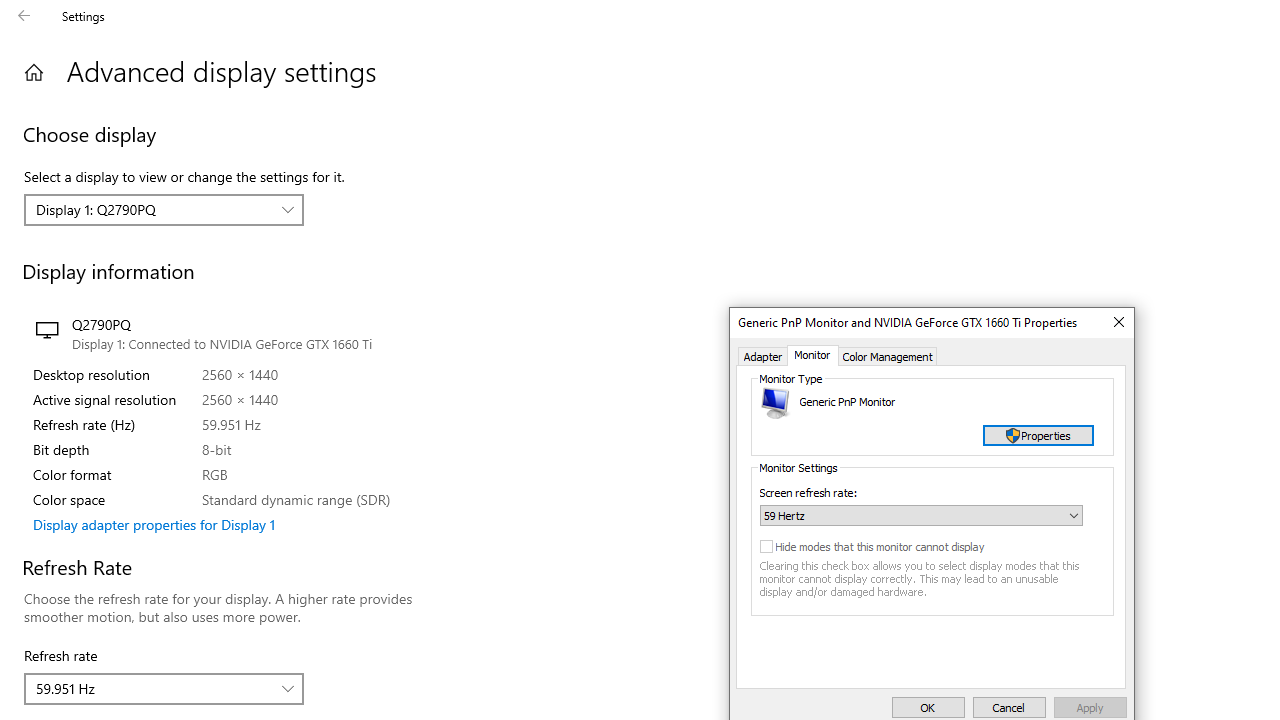 The height and width of the screenshot is (720, 1280). I want to click on 'Close', so click(1117, 321).